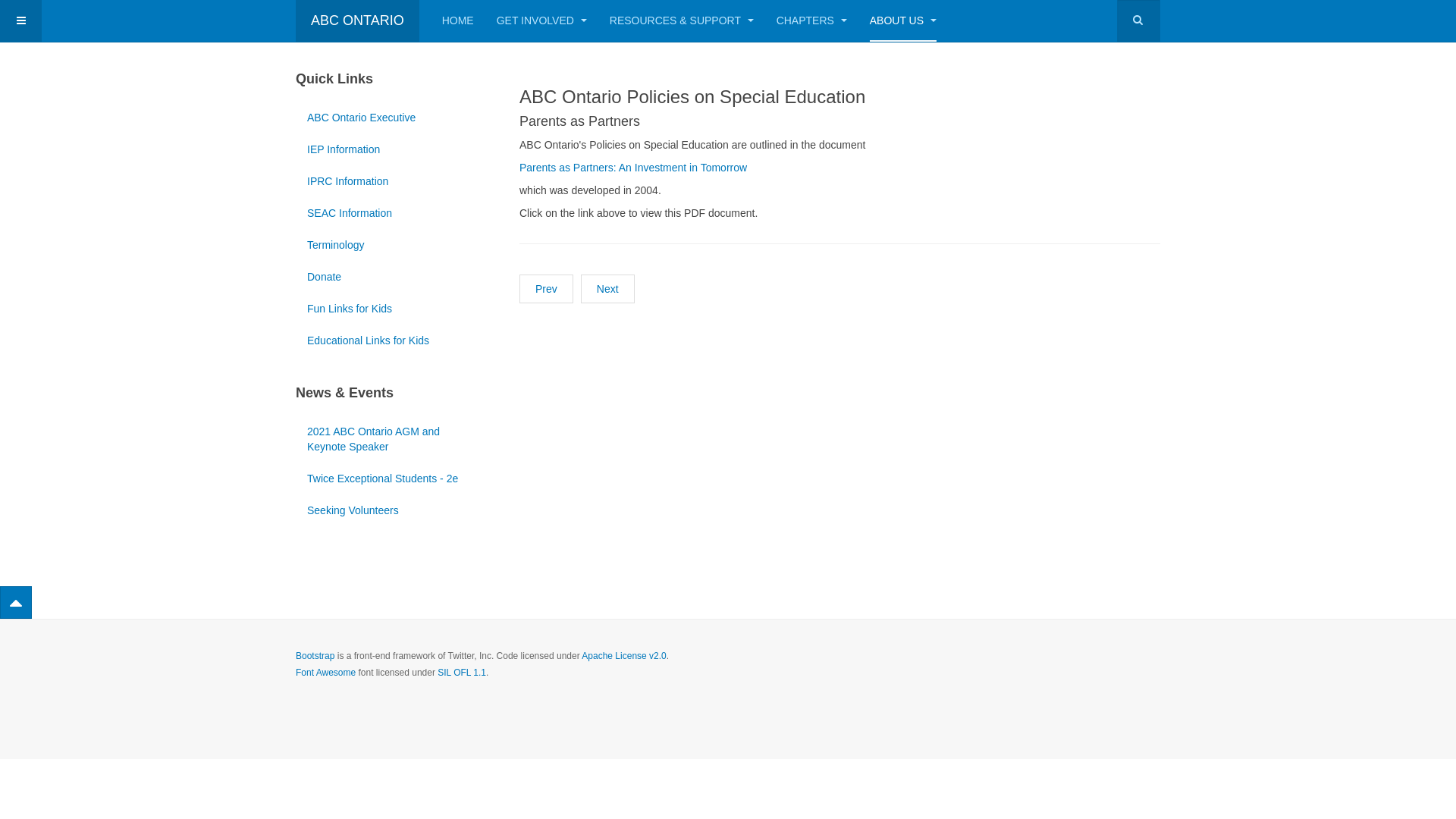  Describe the element at coordinates (295, 149) in the screenshot. I see `'IEP Information'` at that location.